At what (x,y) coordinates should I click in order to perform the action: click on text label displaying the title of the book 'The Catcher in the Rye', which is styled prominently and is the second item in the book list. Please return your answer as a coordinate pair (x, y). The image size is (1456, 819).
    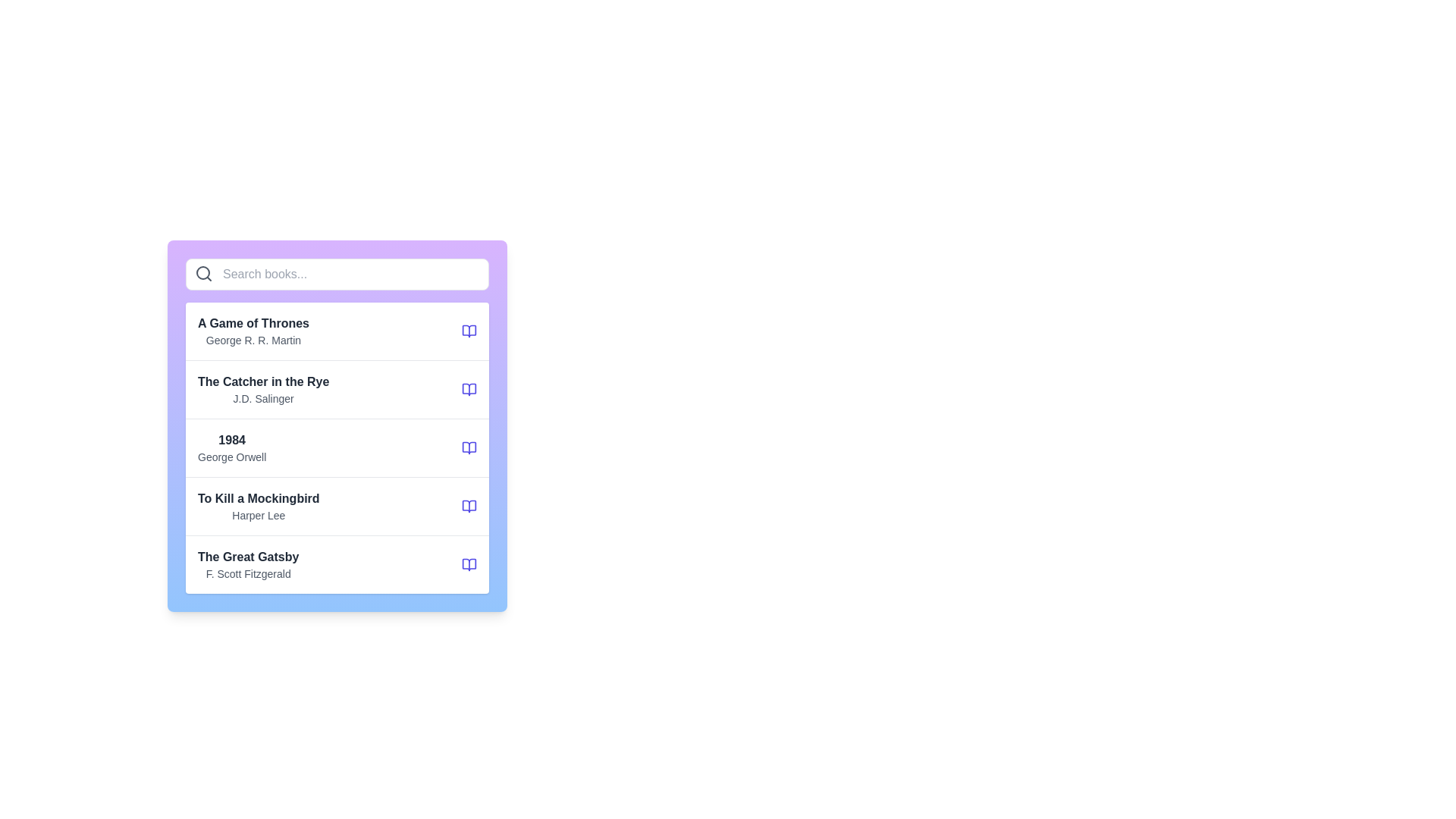
    Looking at the image, I should click on (263, 381).